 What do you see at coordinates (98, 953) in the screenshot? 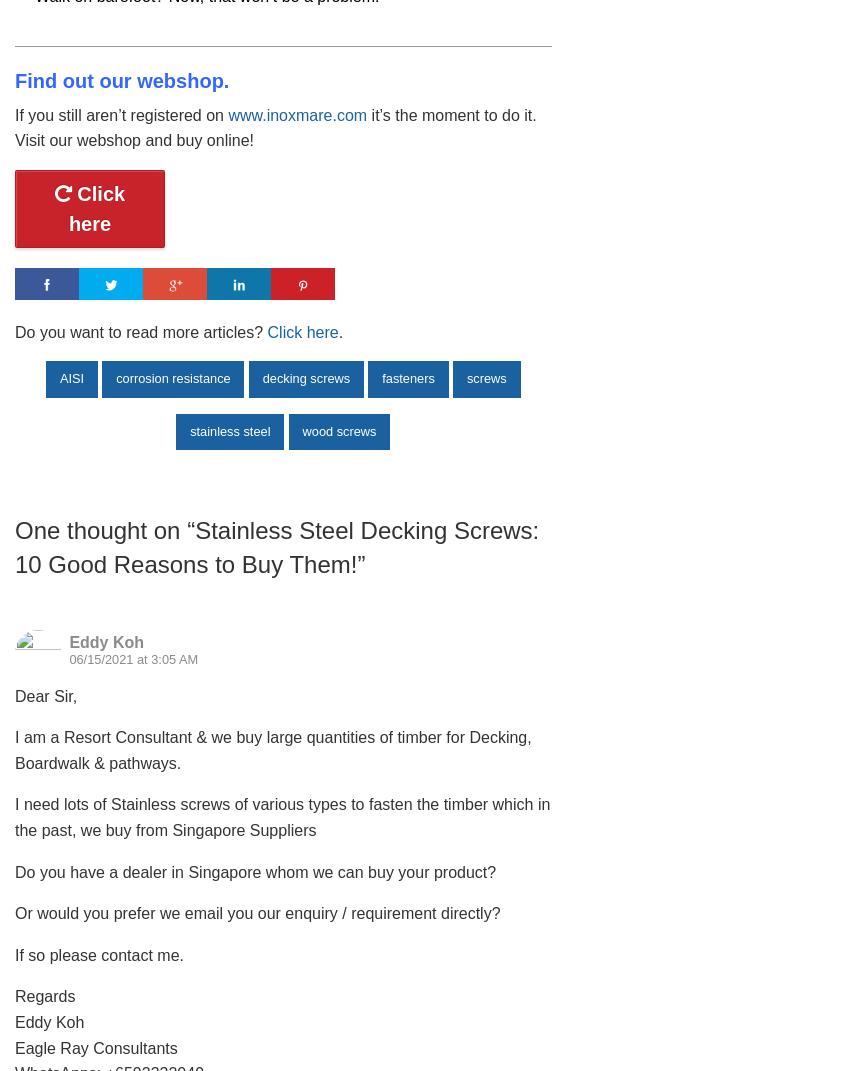
I see `'If so please contact me.'` at bounding box center [98, 953].